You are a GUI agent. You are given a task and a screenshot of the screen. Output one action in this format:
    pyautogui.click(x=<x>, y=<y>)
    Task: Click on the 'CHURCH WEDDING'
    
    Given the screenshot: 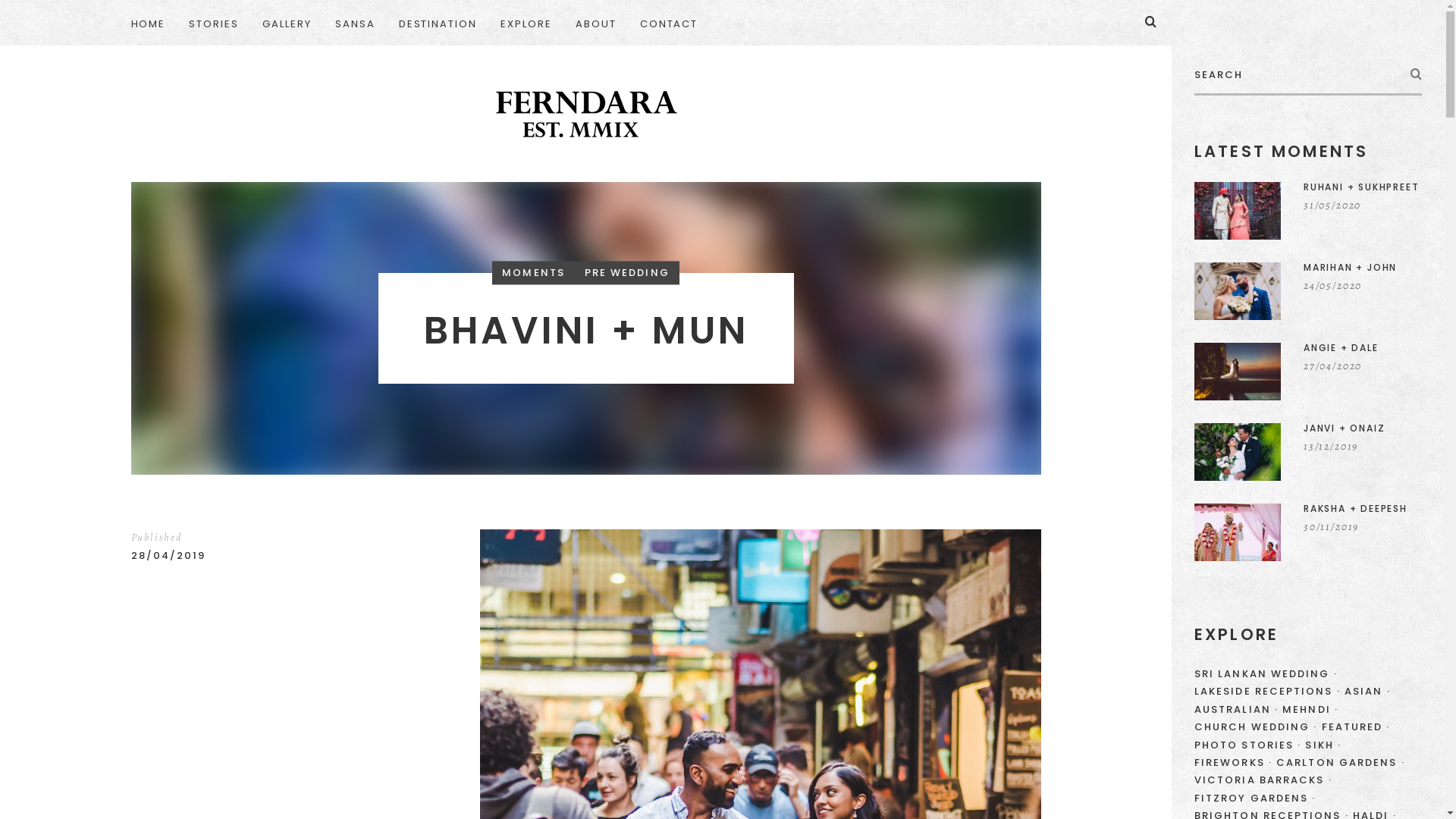 What is the action you would take?
    pyautogui.click(x=1193, y=726)
    